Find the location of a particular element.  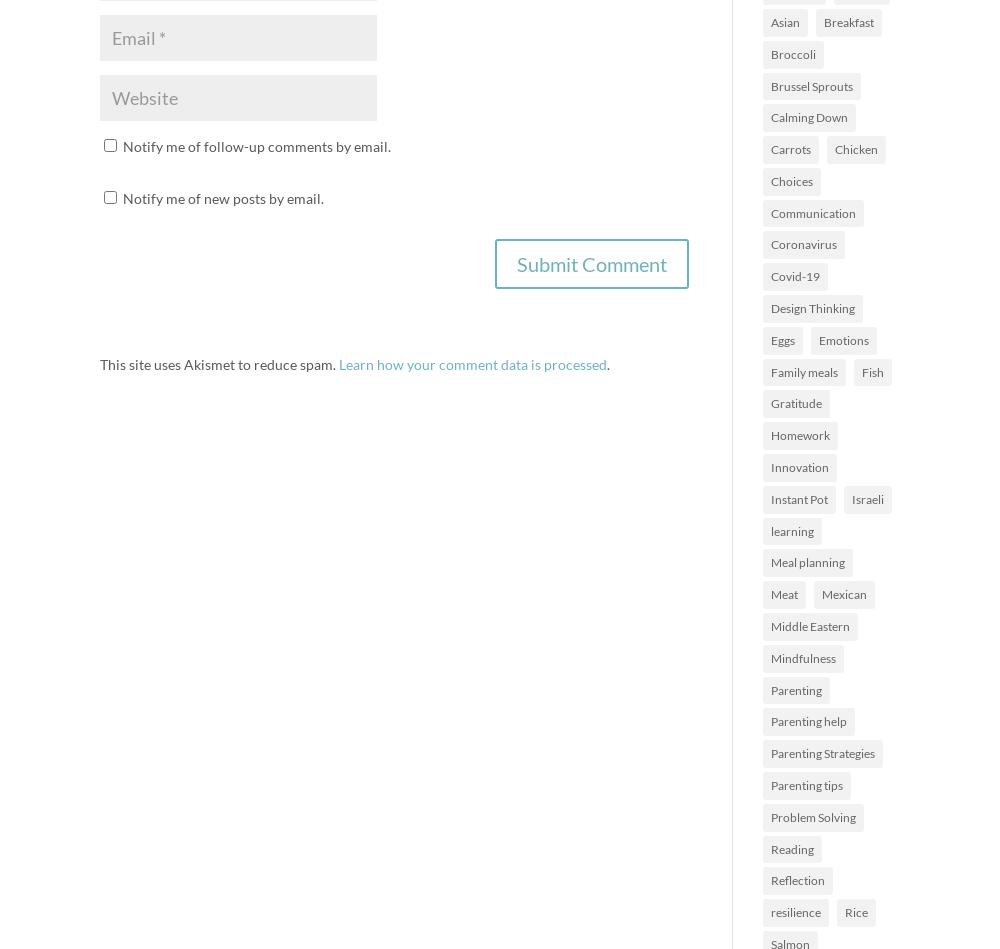

'Innovation' is located at coordinates (800, 467).